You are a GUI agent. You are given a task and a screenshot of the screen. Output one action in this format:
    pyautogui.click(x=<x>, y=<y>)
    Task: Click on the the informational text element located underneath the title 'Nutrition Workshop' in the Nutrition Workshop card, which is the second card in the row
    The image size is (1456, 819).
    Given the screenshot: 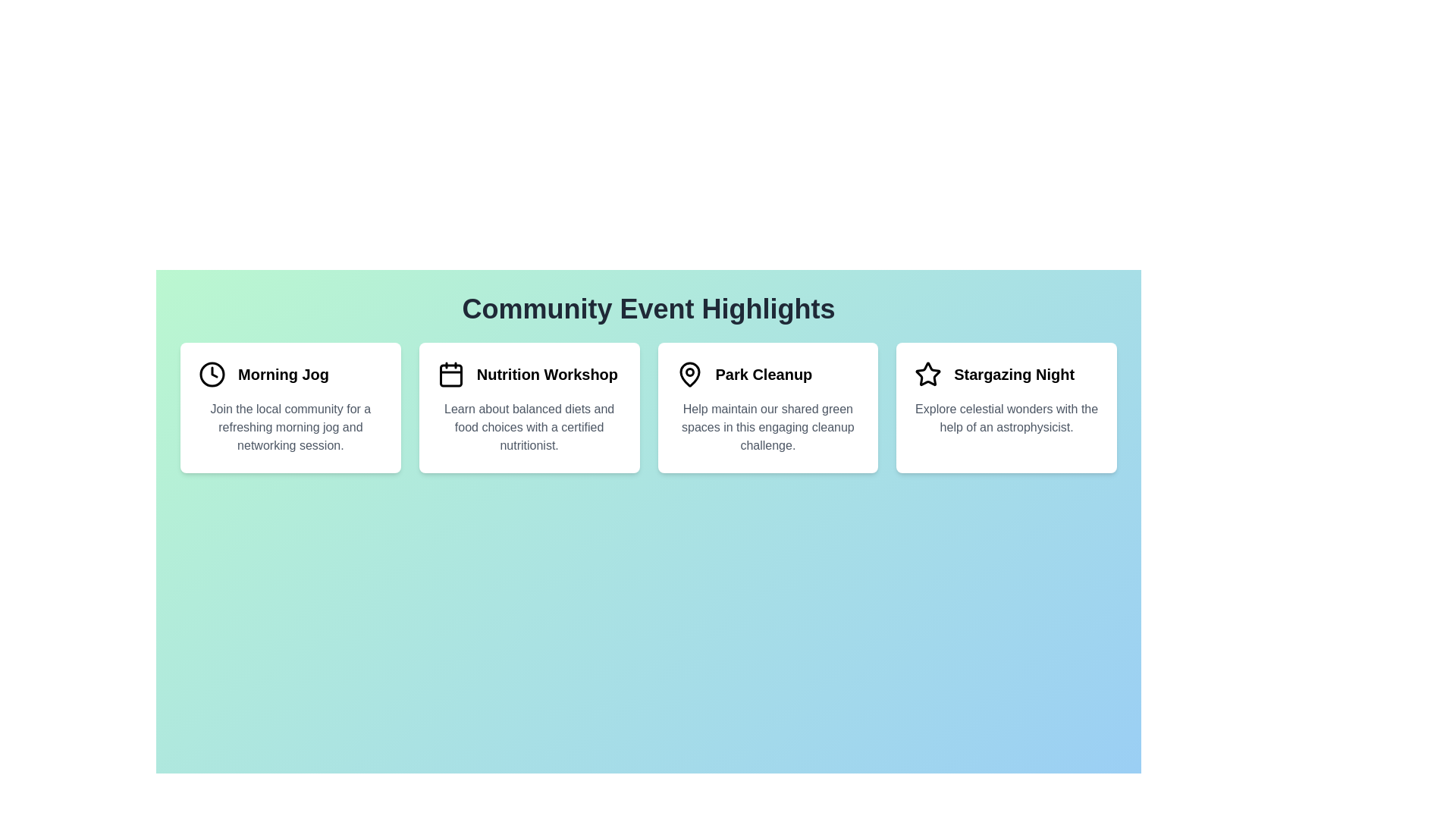 What is the action you would take?
    pyautogui.click(x=529, y=427)
    